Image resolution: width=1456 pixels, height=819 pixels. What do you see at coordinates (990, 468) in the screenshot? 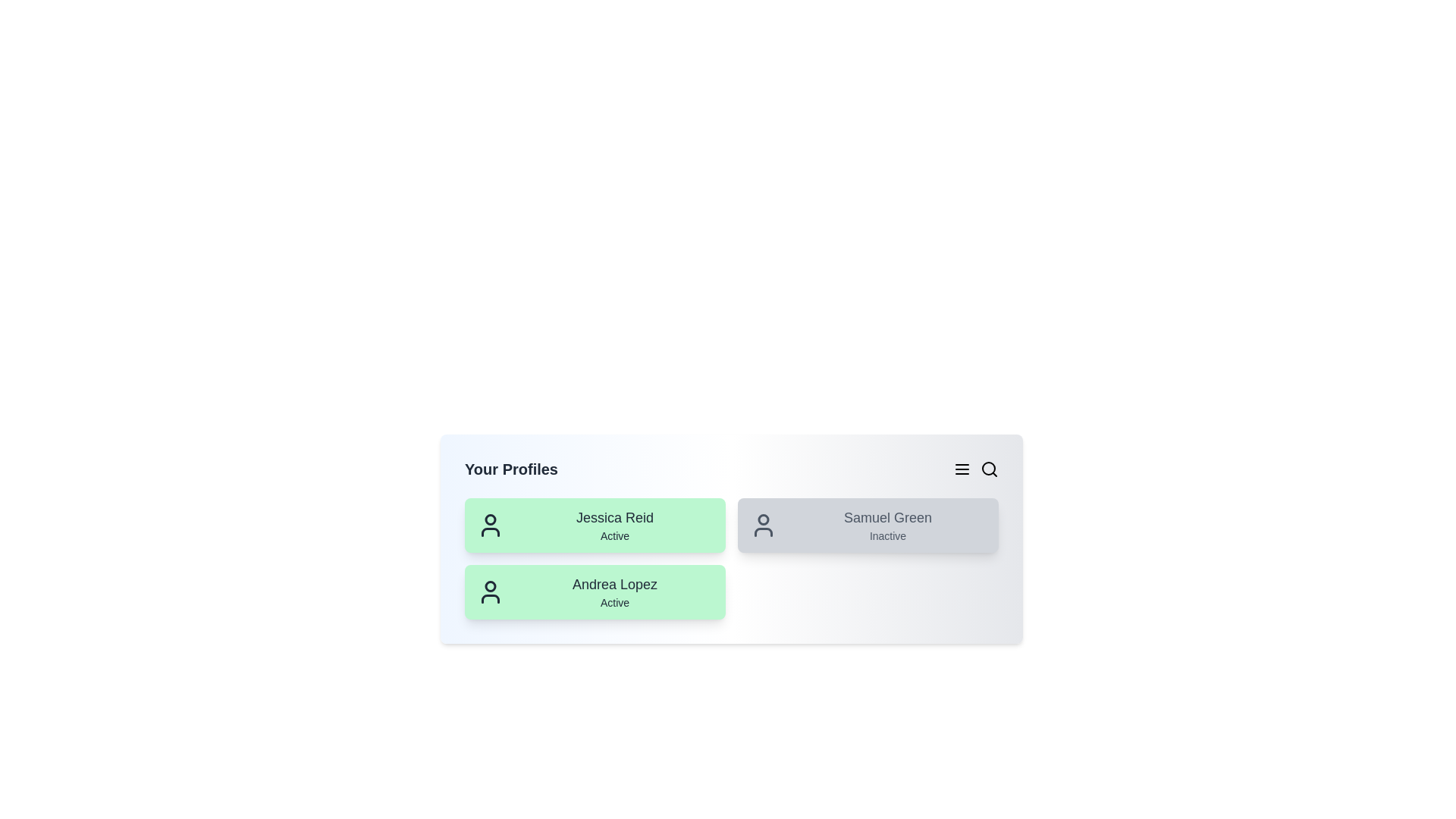
I see `the search icon to initiate a search` at bounding box center [990, 468].